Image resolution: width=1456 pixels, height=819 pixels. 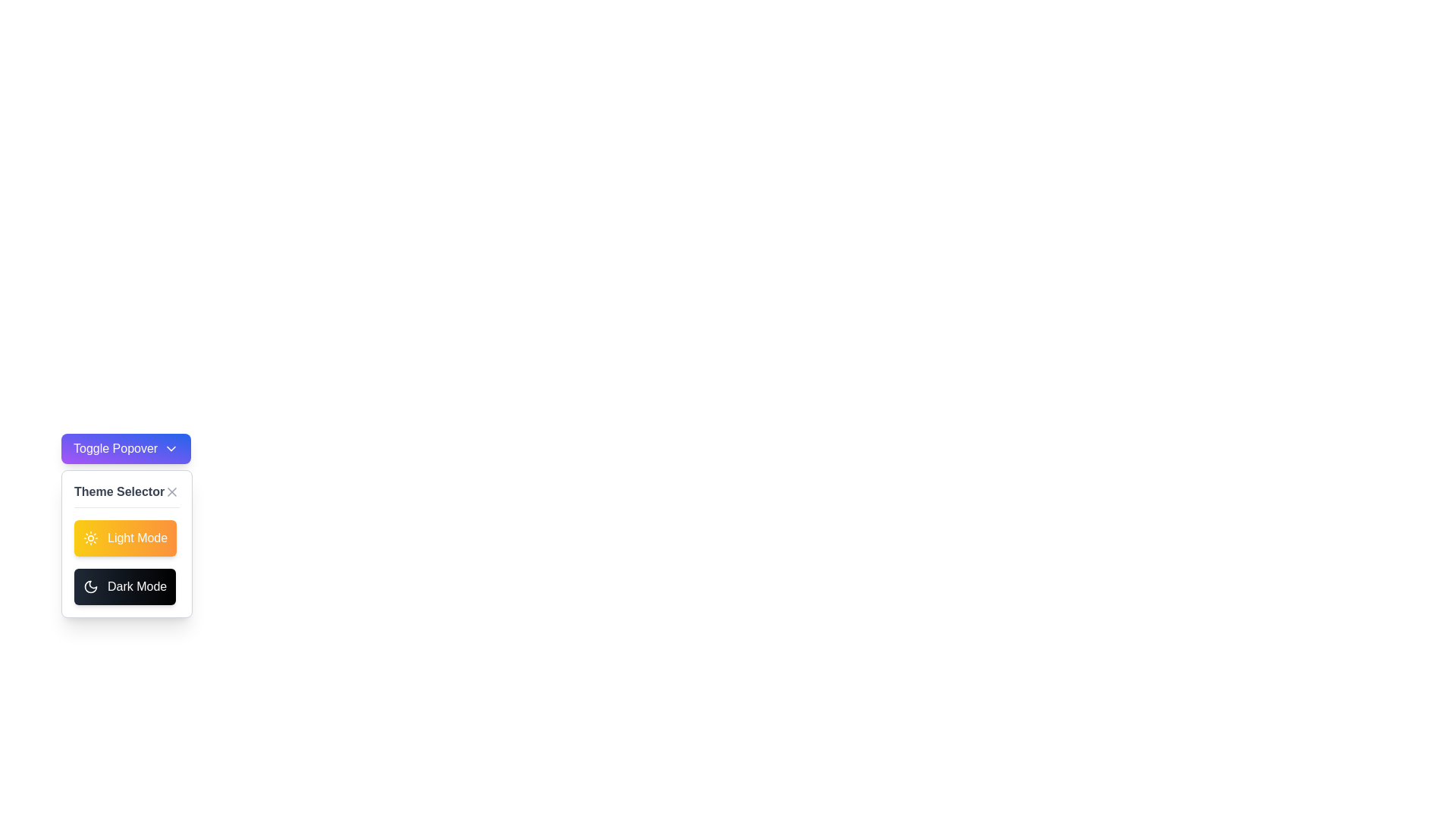 I want to click on the downward-pointing chevron icon located to the right of the 'Toggle Popover' text, so click(x=171, y=447).